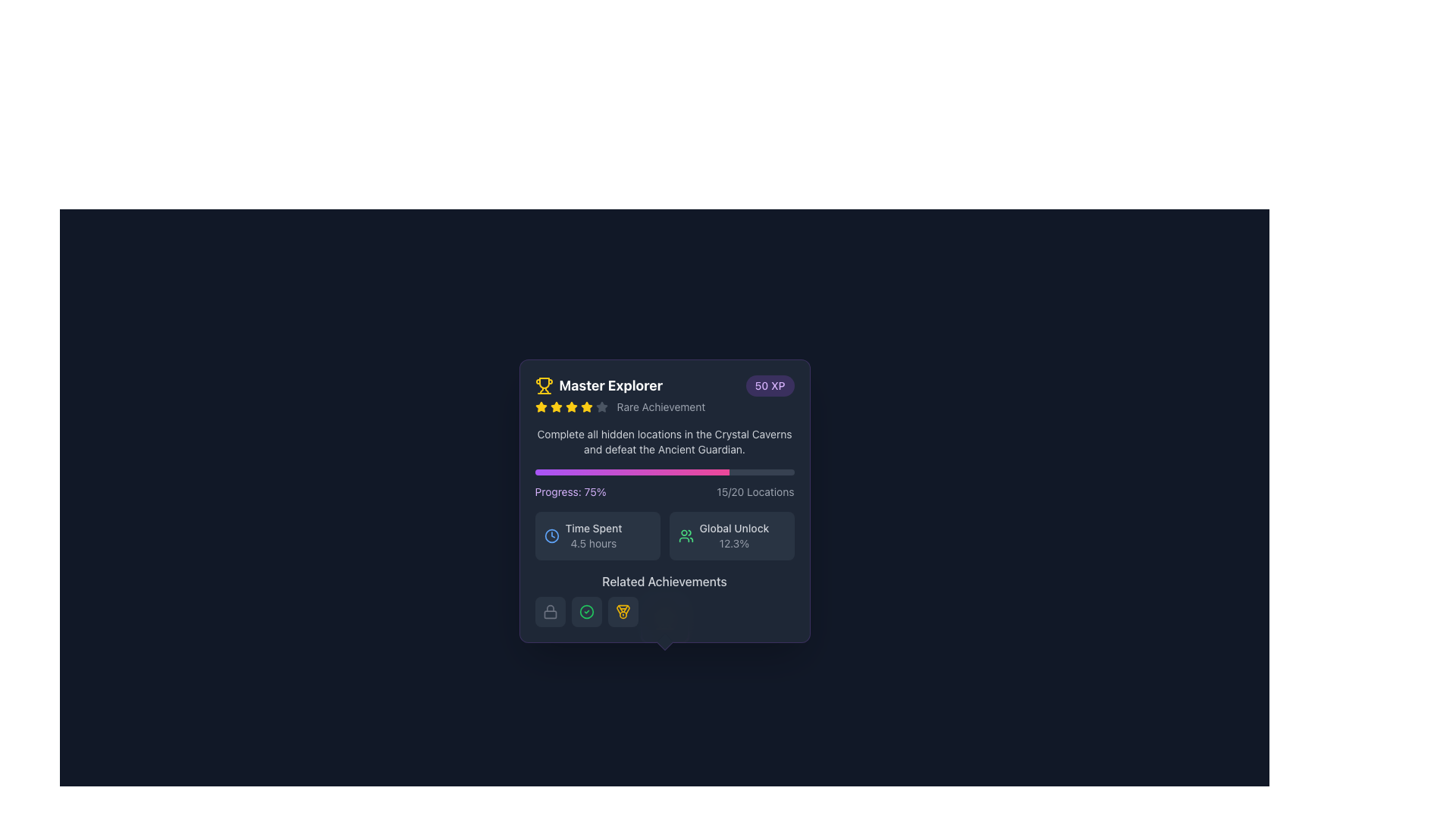 This screenshot has height=819, width=1456. Describe the element at coordinates (549, 610) in the screenshot. I see `the lock icon, which is a light gray graphical icon located at the bottom of an informational card, centered within a circular button-like area` at that location.